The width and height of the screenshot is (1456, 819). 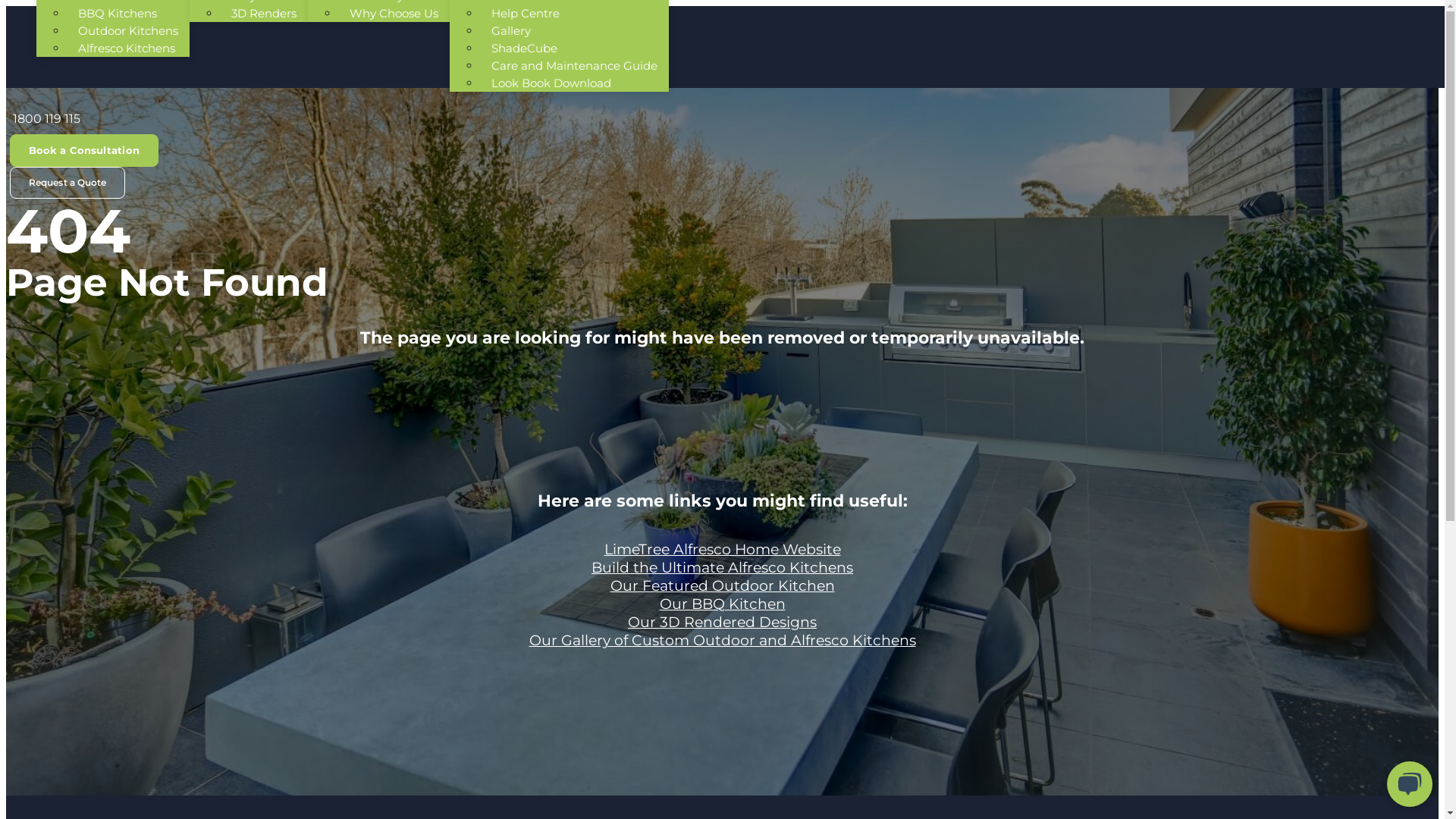 What do you see at coordinates (524, 47) in the screenshot?
I see `'ShadeCube'` at bounding box center [524, 47].